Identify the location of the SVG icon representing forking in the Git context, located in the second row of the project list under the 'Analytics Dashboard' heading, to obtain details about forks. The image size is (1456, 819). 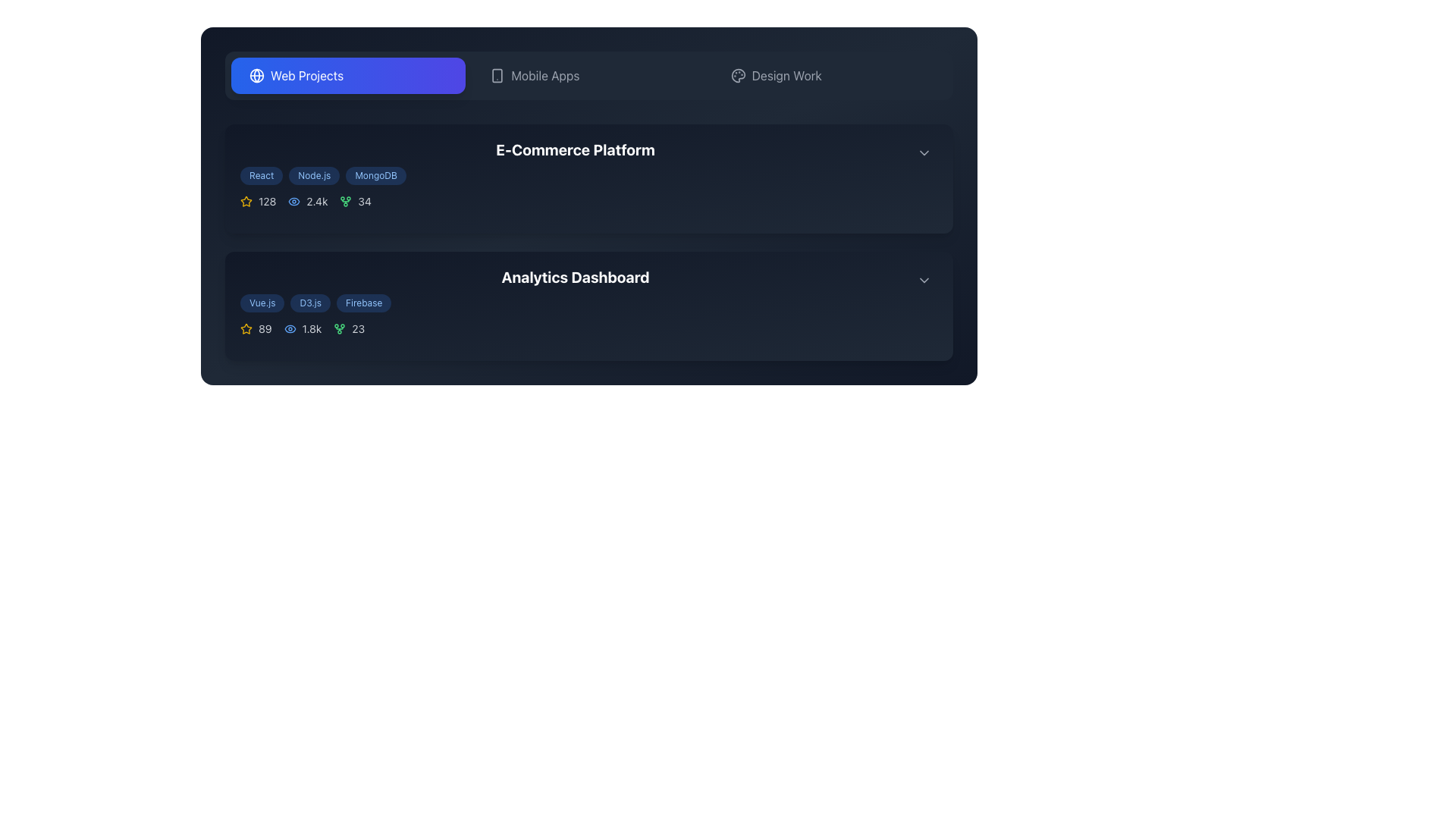
(339, 328).